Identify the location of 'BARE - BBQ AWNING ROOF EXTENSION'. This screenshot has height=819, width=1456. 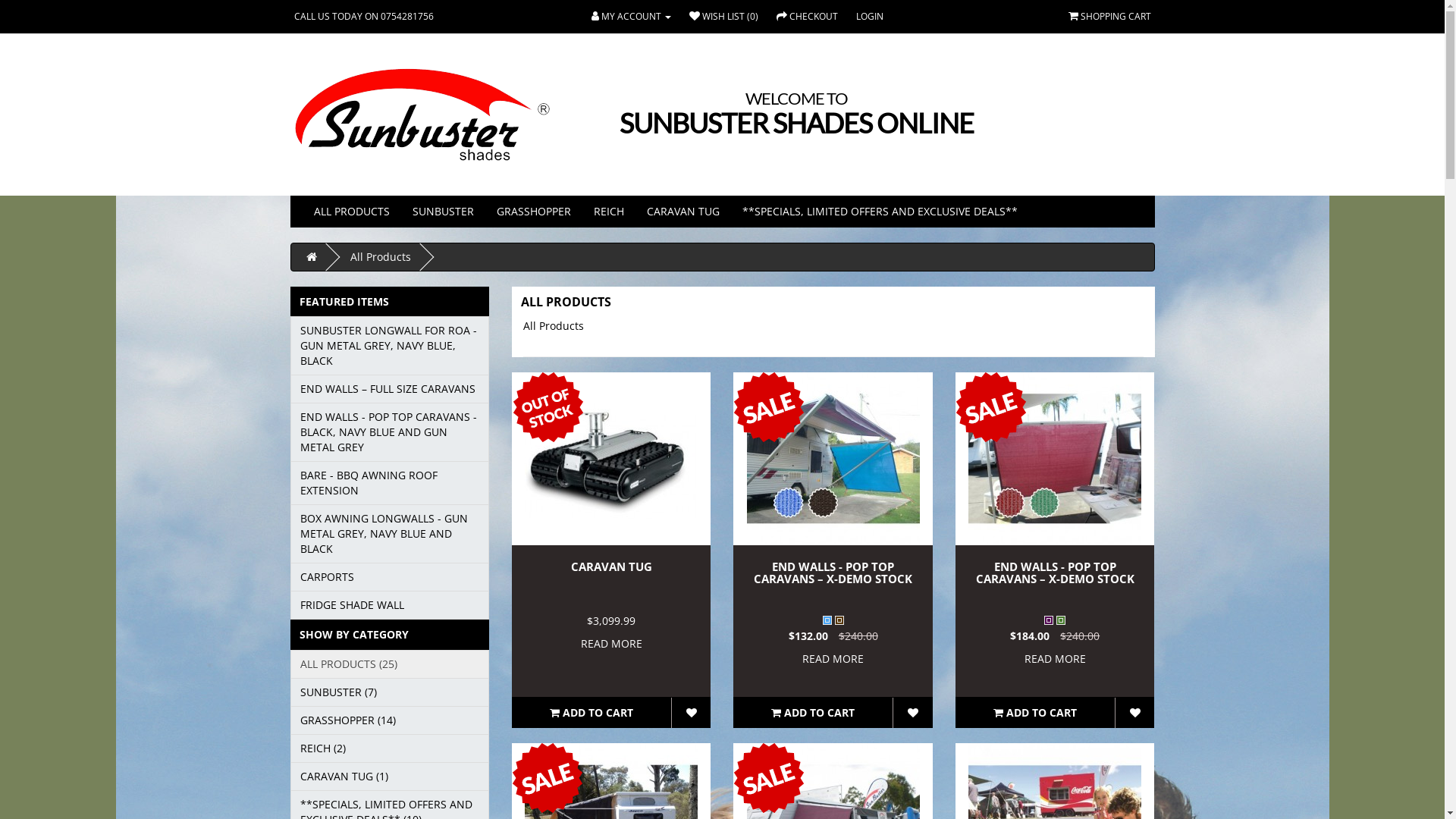
(290, 482).